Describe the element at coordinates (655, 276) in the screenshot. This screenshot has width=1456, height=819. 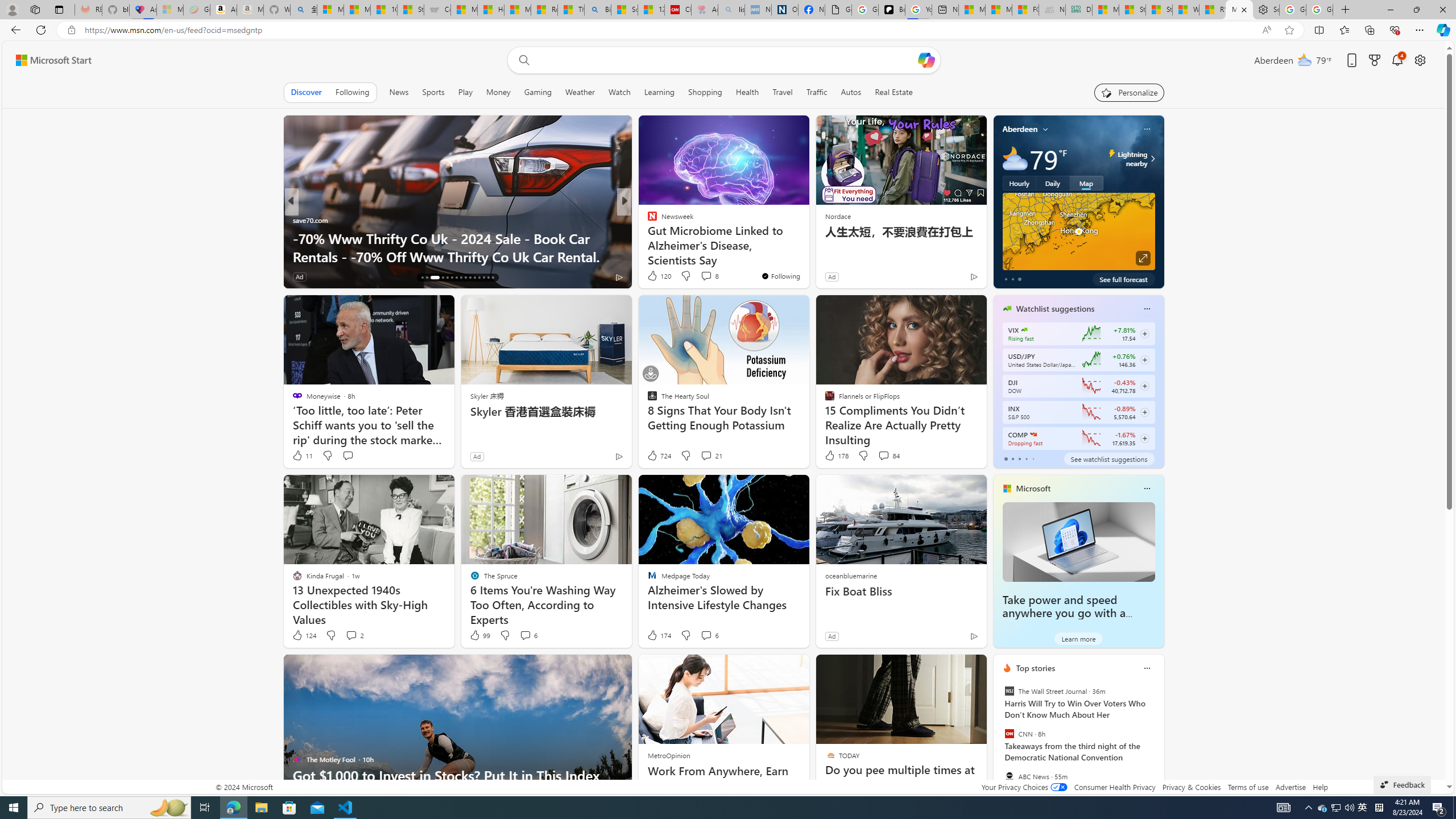
I see `'249 Like'` at that location.